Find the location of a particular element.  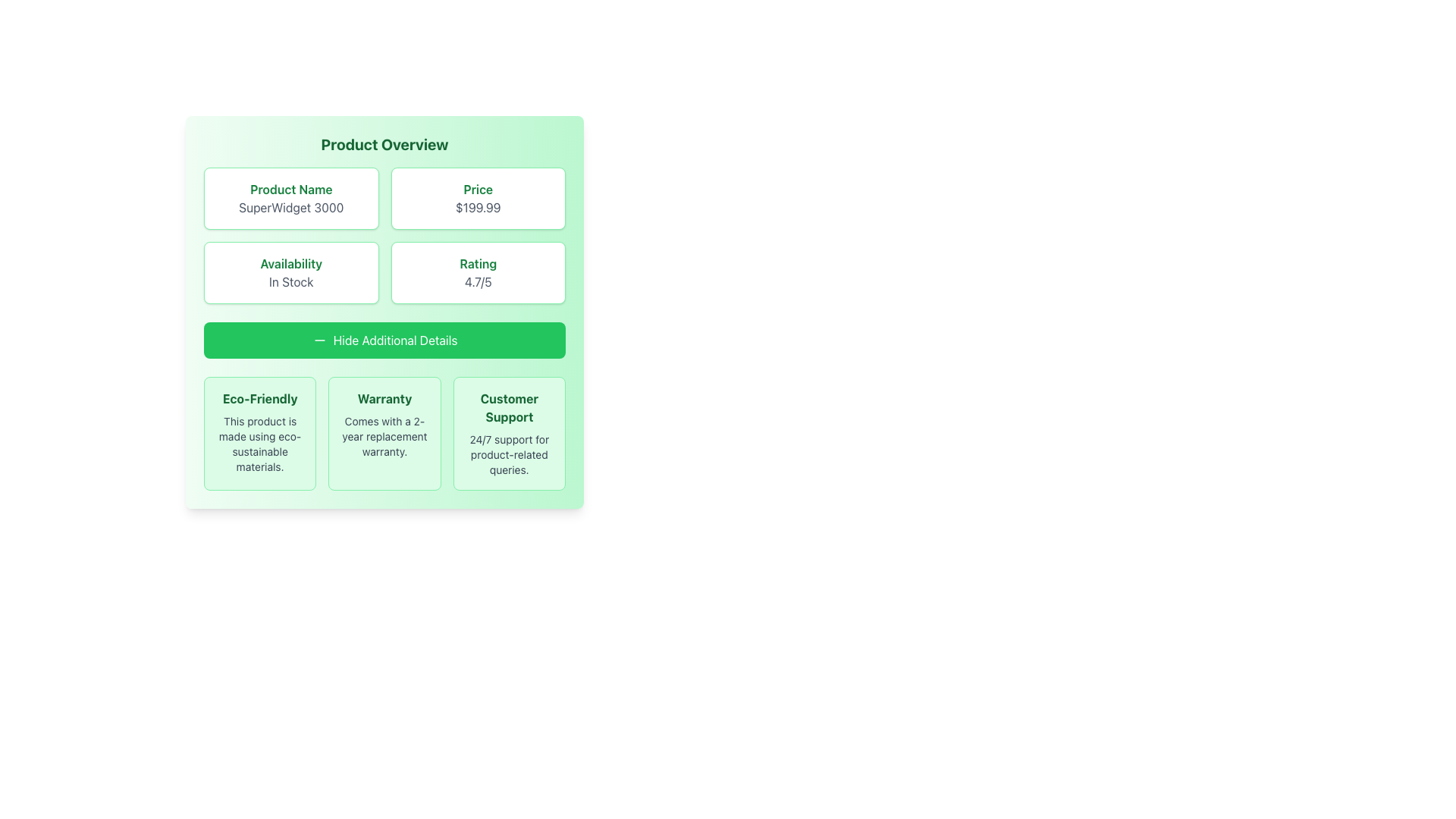

the Text Display element that shows the rating value, located in the right section of a two-column grid layout, beneath the 'Rating' label is located at coordinates (477, 281).